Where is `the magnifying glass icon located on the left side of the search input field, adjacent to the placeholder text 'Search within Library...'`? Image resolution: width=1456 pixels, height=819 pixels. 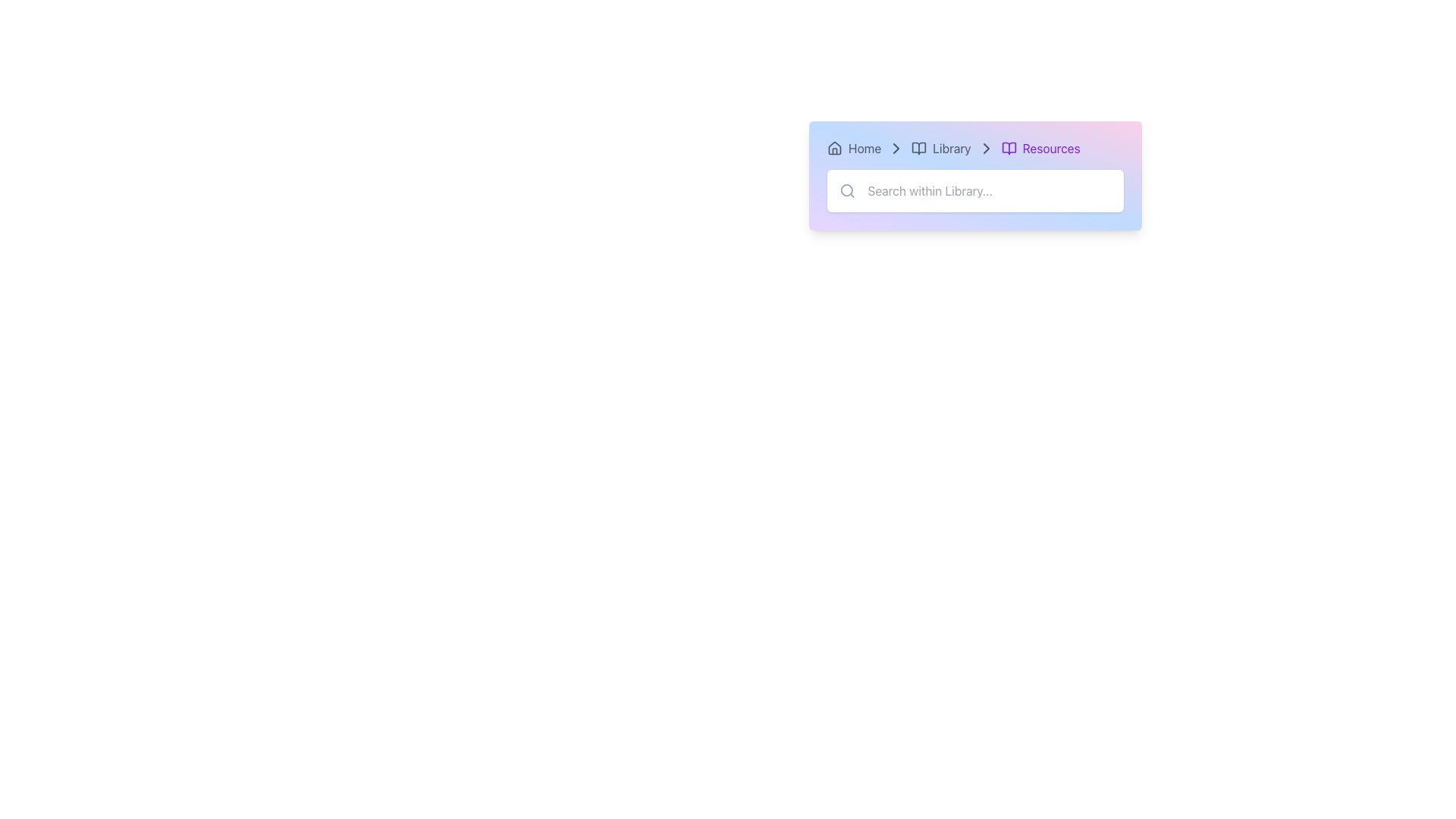
the magnifying glass icon located on the left side of the search input field, adjacent to the placeholder text 'Search within Library...' is located at coordinates (846, 190).